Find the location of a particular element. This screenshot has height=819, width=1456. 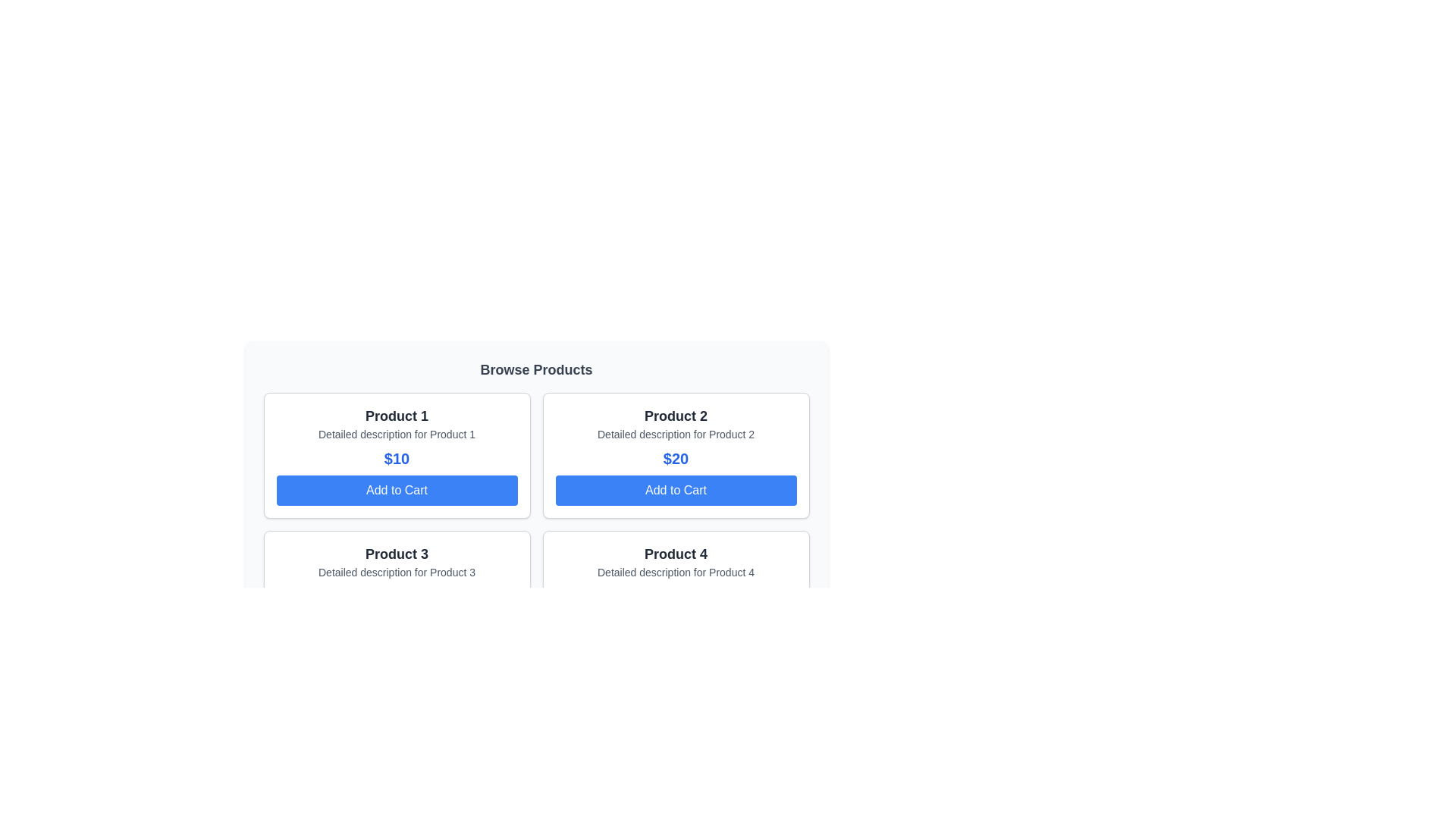

the text display element that shows '$10' in large, blue, bold font, located within a bordered rectangular card, below 'Detailed description for Product 1' and above the 'Add to Cart' button is located at coordinates (397, 458).